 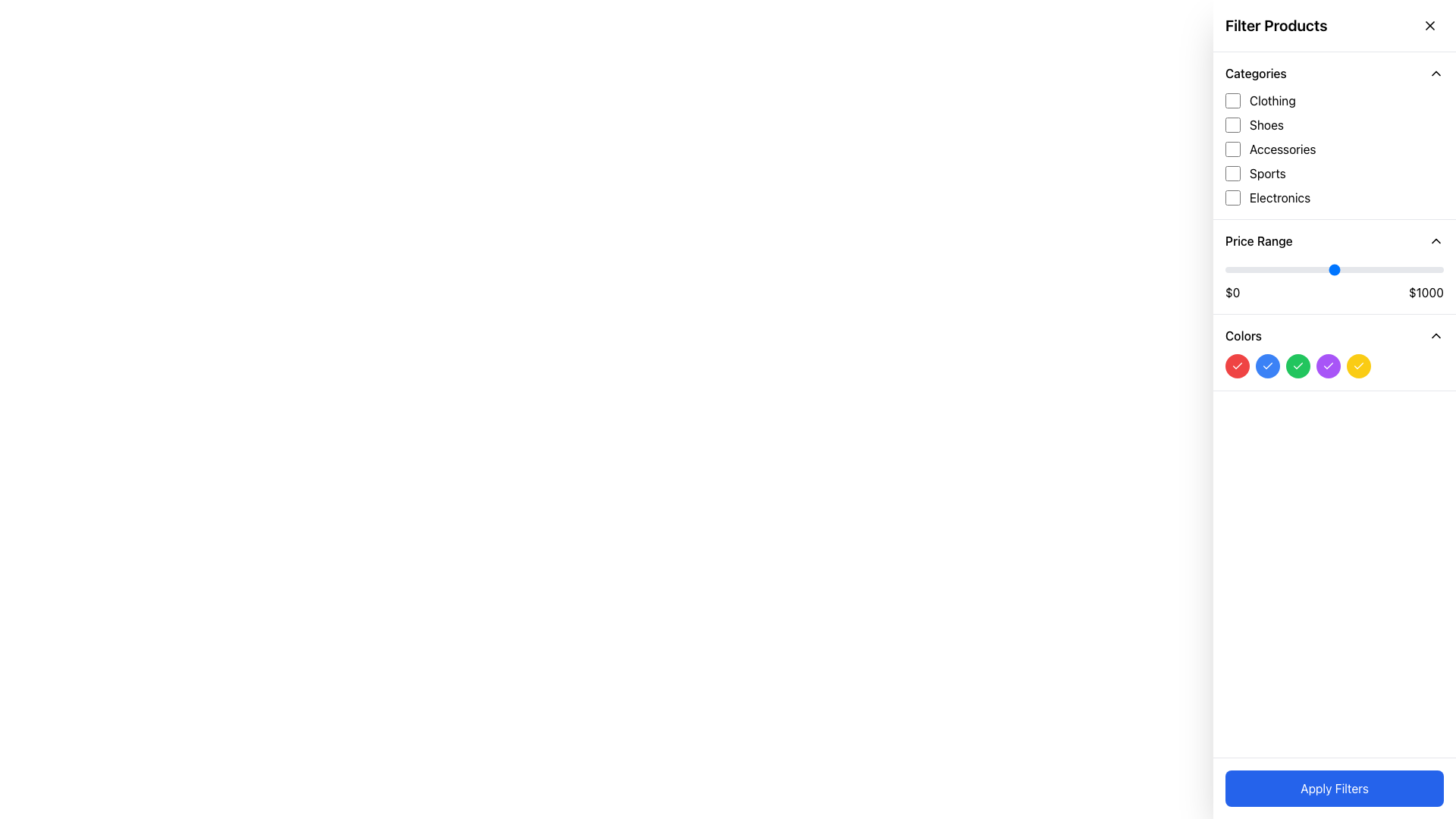 I want to click on the 'Categories' text label, which is a bold heading at the top of the filter sidebar, indicating the section for product categories, so click(x=1256, y=73).